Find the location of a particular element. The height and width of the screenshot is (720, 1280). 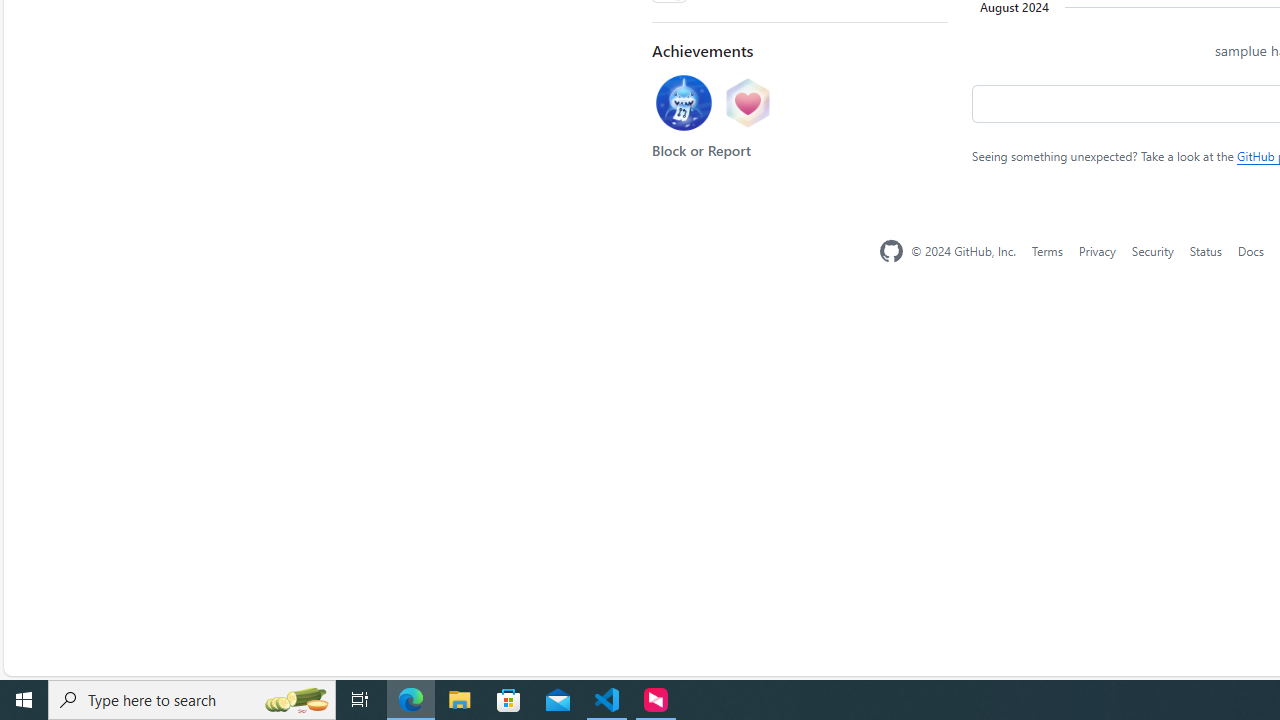

'Achievement: Public Sponsor' is located at coordinates (746, 105).